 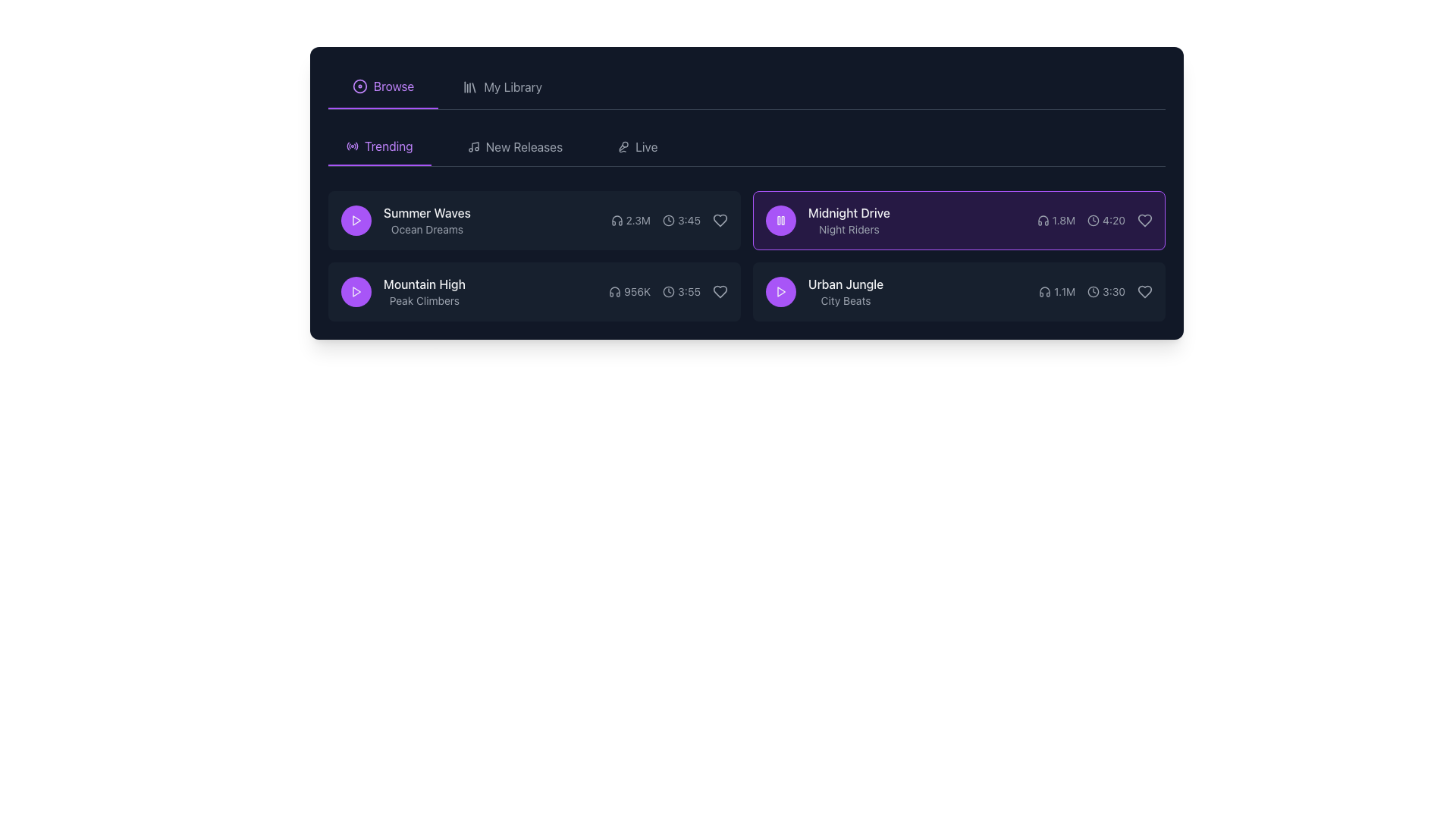 I want to click on the navigation button for 'New Releases' located between 'Trending' and 'Live', so click(x=515, y=146).